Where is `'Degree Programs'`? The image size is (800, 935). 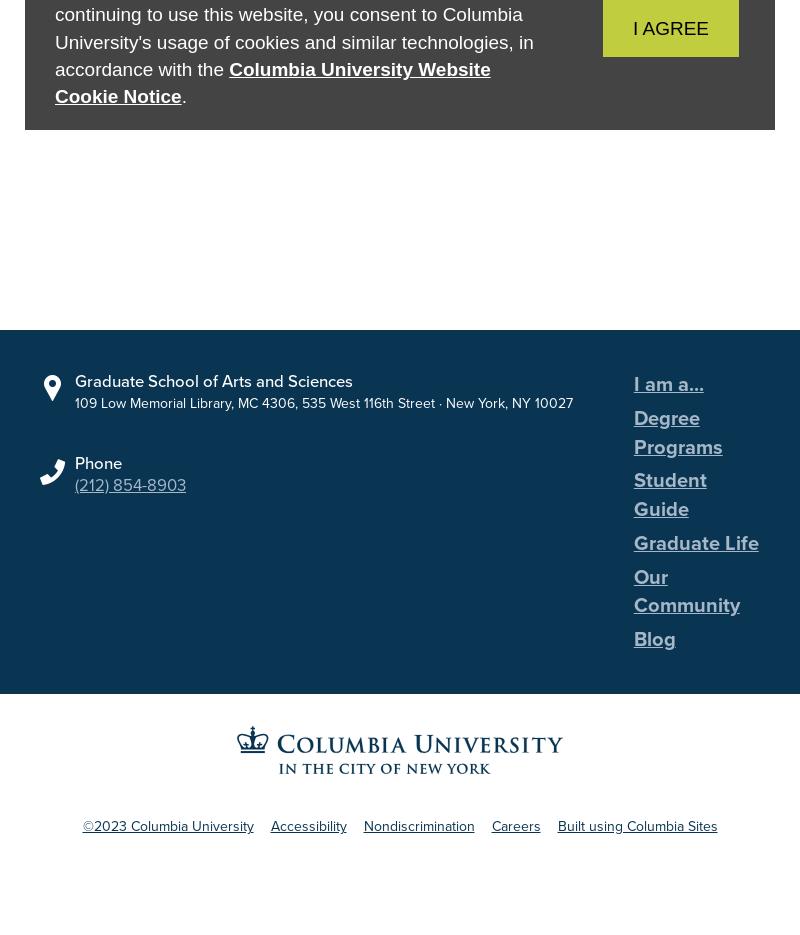 'Degree Programs' is located at coordinates (677, 430).